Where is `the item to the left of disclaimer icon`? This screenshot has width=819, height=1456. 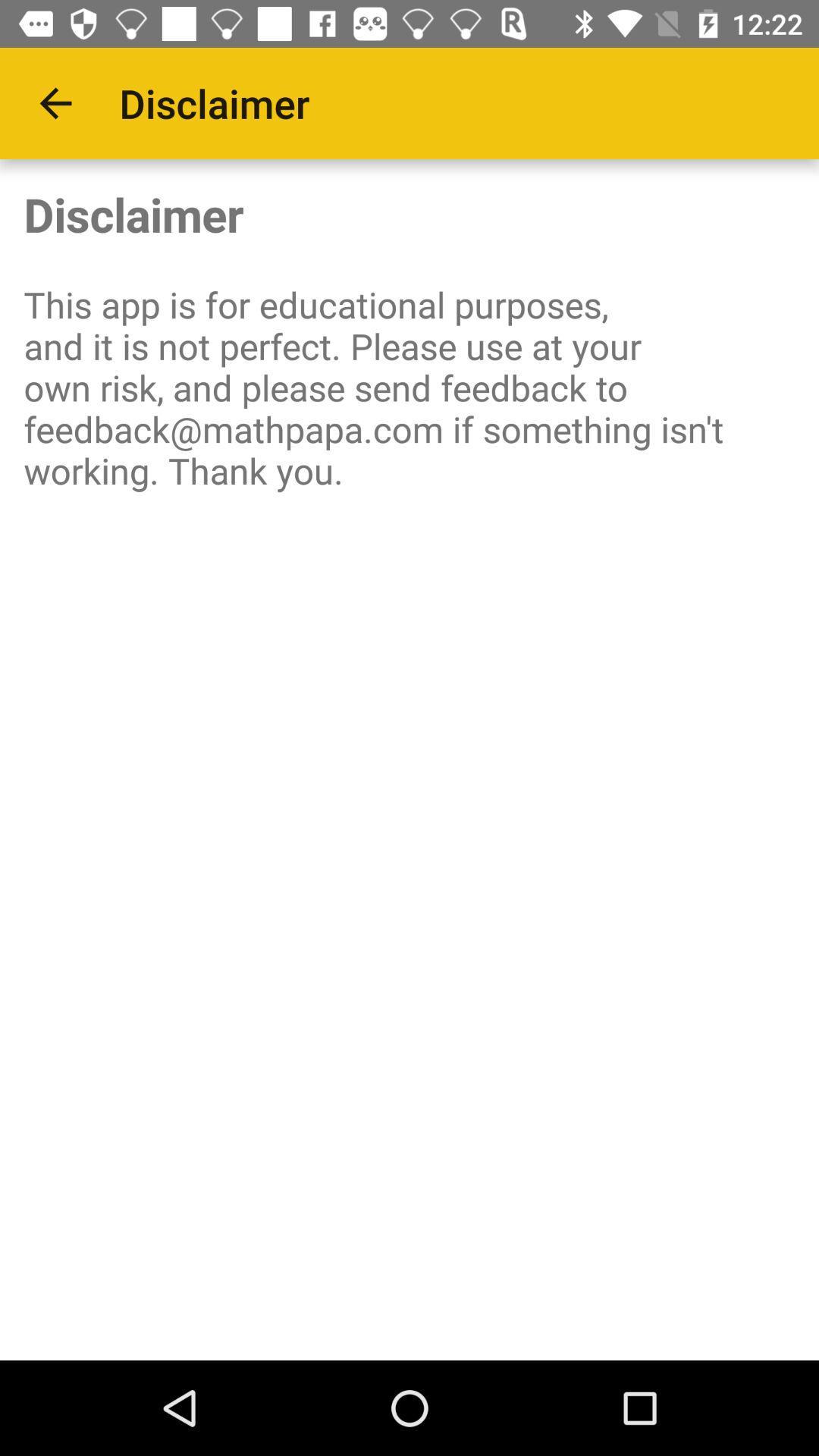 the item to the left of disclaimer icon is located at coordinates (55, 102).